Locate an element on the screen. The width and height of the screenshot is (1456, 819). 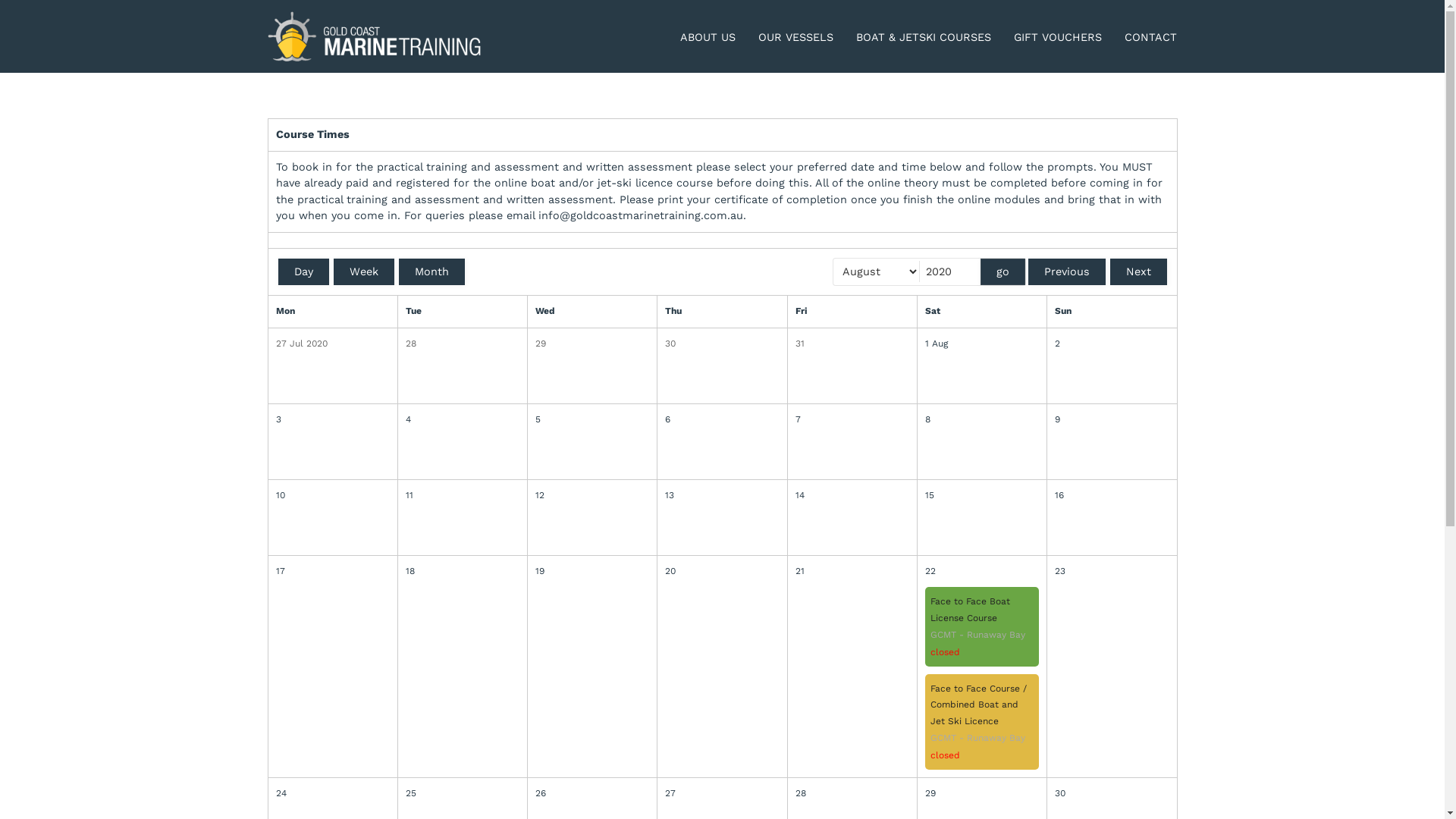
'1 Aug' is located at coordinates (982, 344).